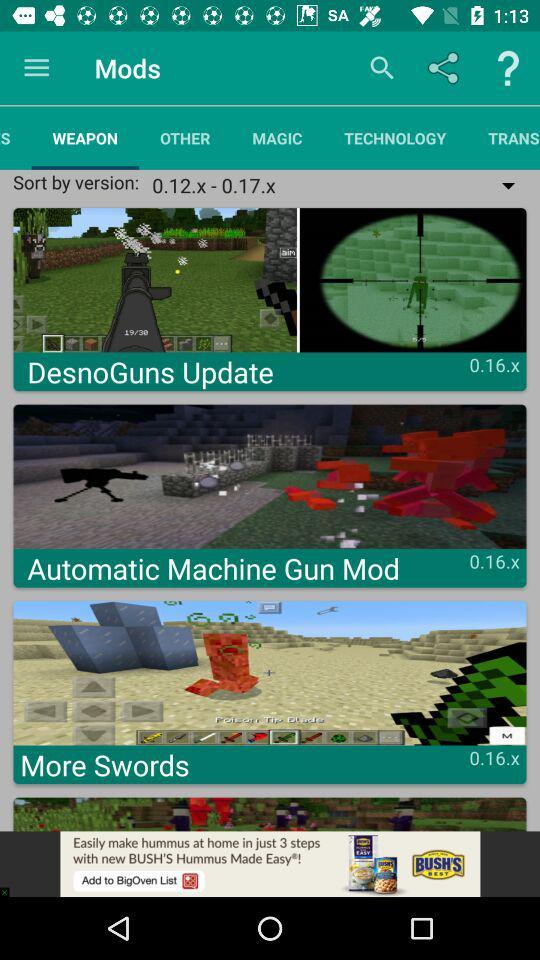 Image resolution: width=540 pixels, height=960 pixels. I want to click on magic item, so click(276, 137).